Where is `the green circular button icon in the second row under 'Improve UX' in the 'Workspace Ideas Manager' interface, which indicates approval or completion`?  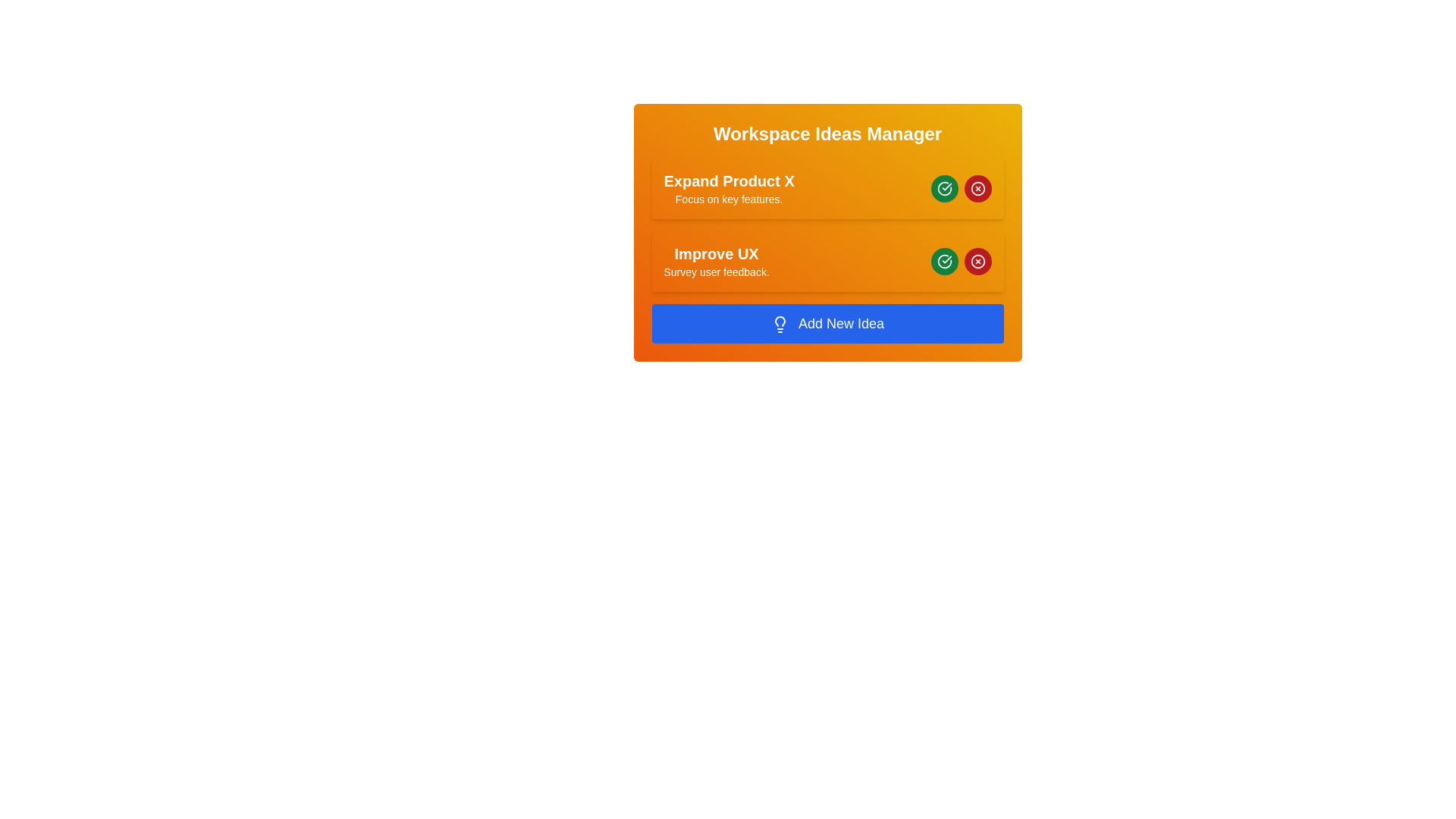
the green circular button icon in the second row under 'Improve UX' in the 'Workspace Ideas Manager' interface, which indicates approval or completion is located at coordinates (943, 260).